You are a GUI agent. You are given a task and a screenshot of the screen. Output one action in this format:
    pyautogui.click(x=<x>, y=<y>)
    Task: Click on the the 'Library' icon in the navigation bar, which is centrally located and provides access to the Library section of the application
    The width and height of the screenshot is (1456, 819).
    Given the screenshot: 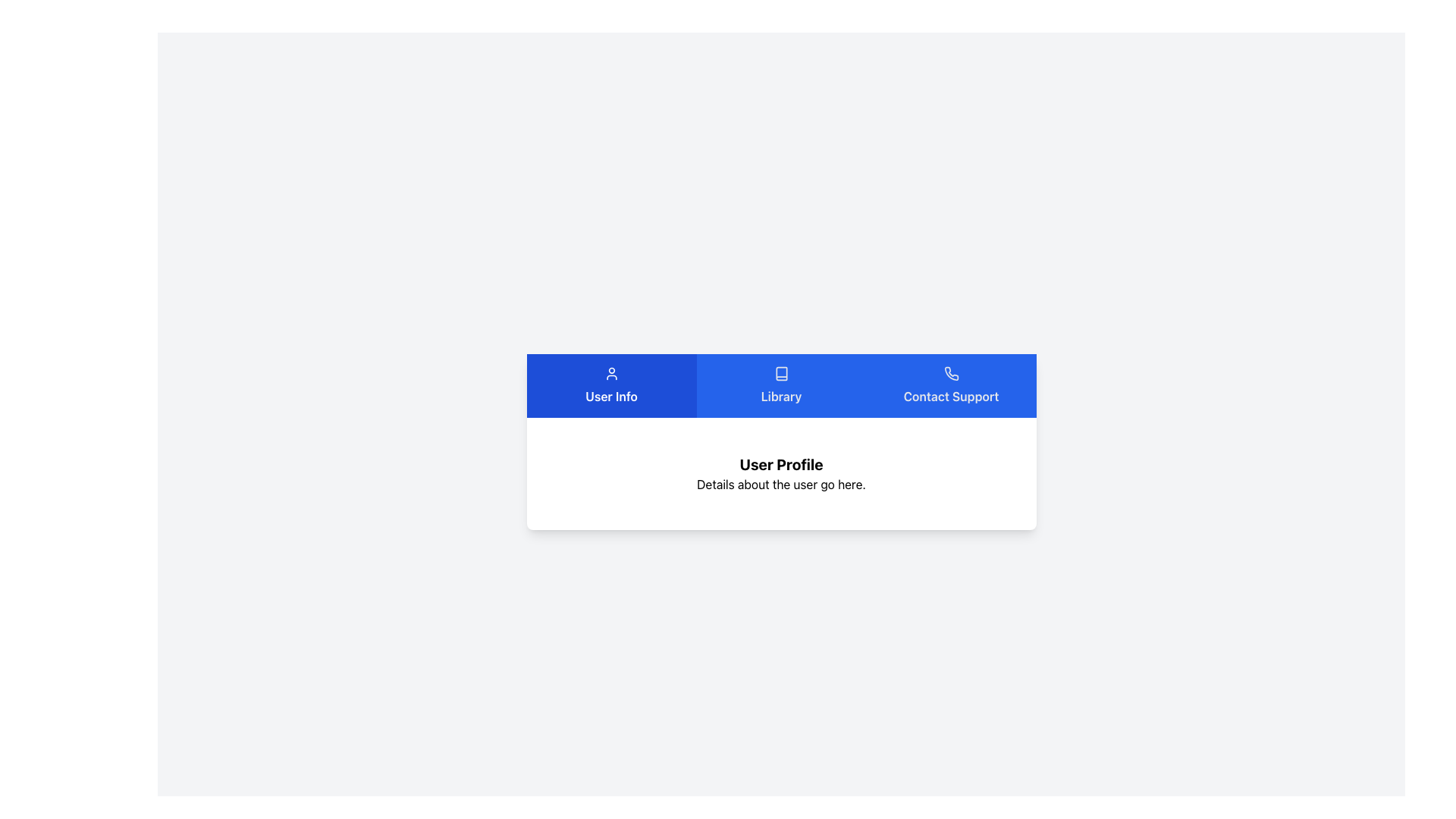 What is the action you would take?
    pyautogui.click(x=781, y=374)
    